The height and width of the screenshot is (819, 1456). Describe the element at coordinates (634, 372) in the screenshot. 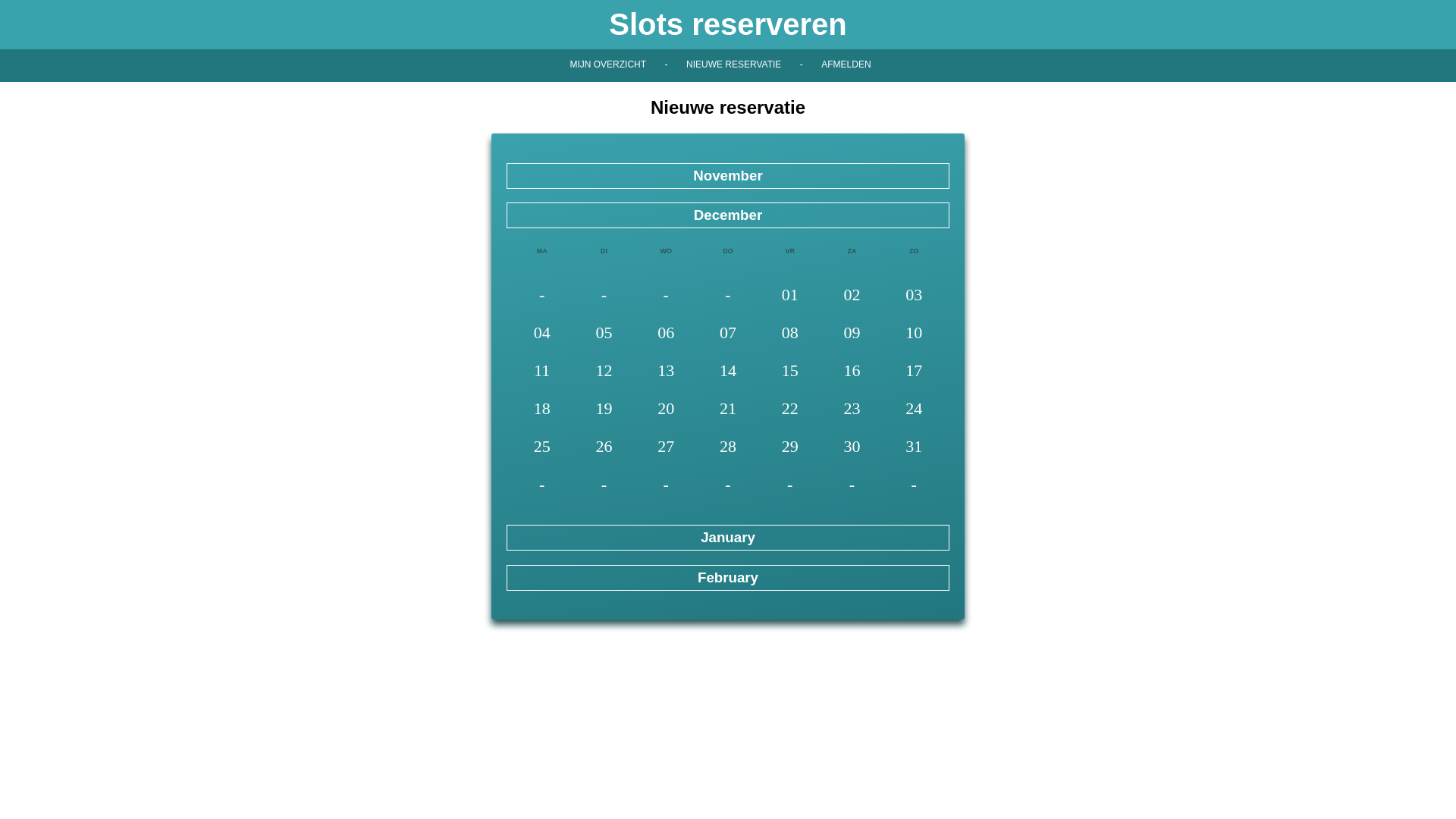

I see `'13'` at that location.